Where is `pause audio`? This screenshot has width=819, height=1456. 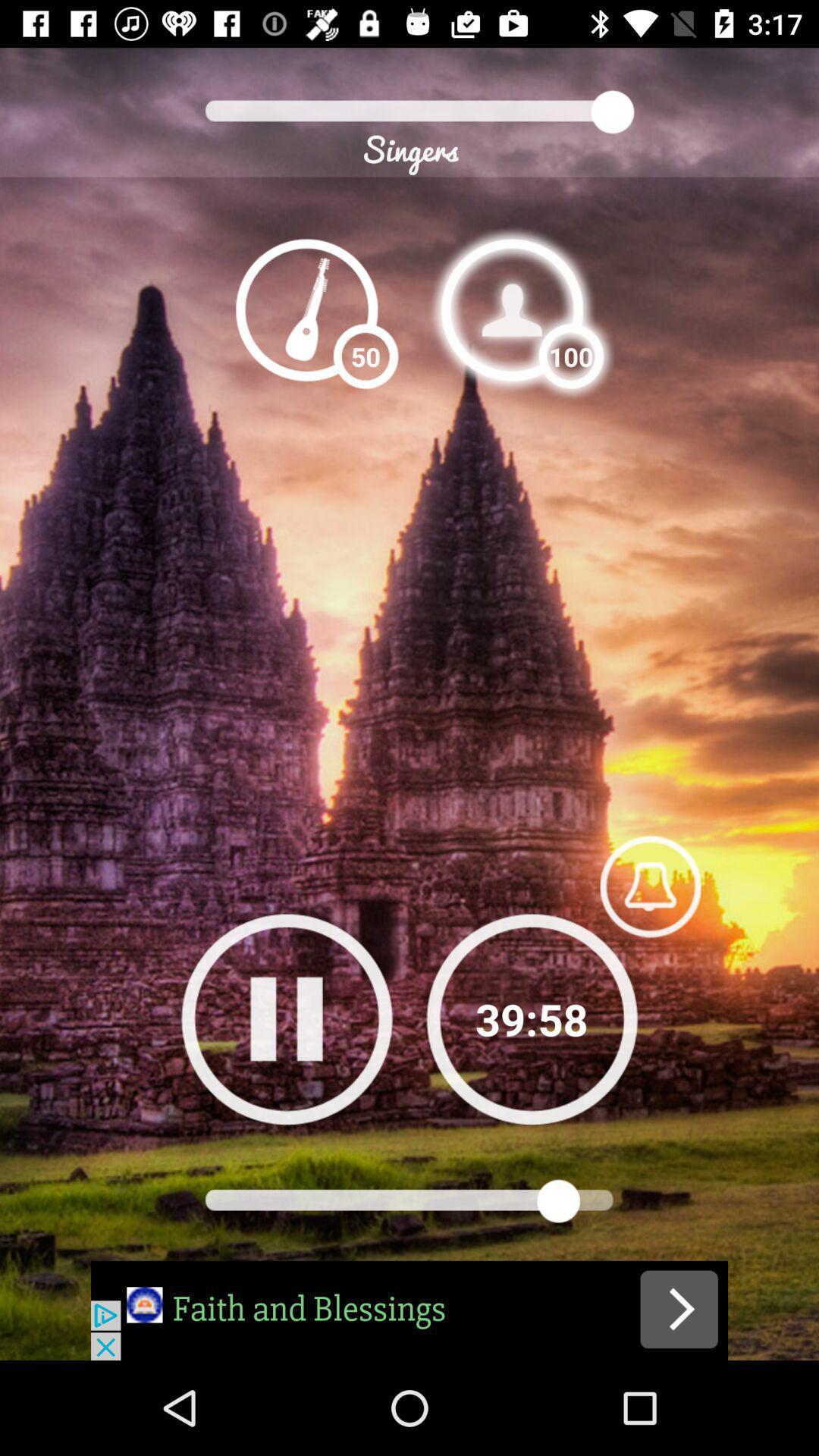
pause audio is located at coordinates (287, 1018).